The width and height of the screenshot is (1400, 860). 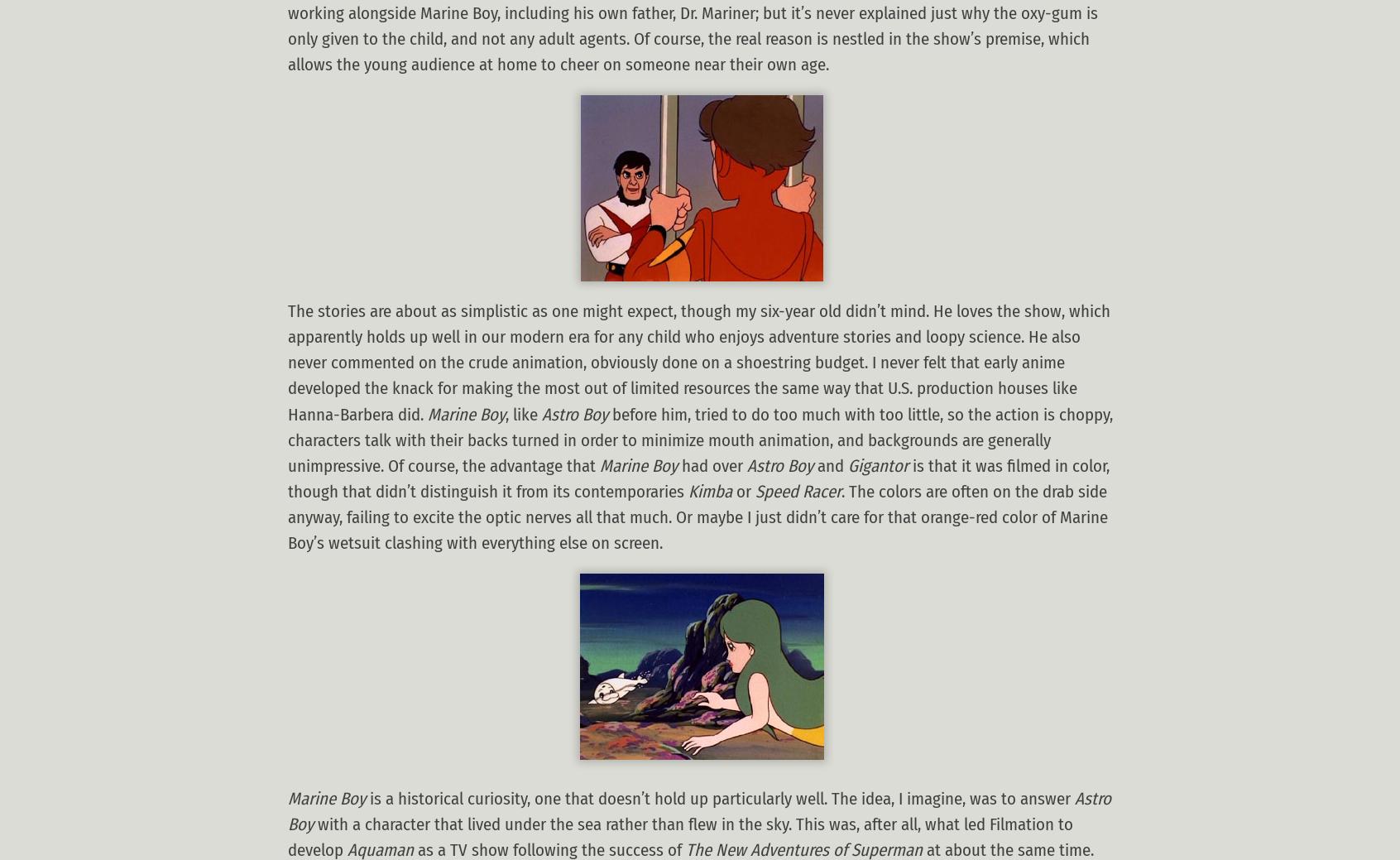 What do you see at coordinates (742, 492) in the screenshot?
I see `'or'` at bounding box center [742, 492].